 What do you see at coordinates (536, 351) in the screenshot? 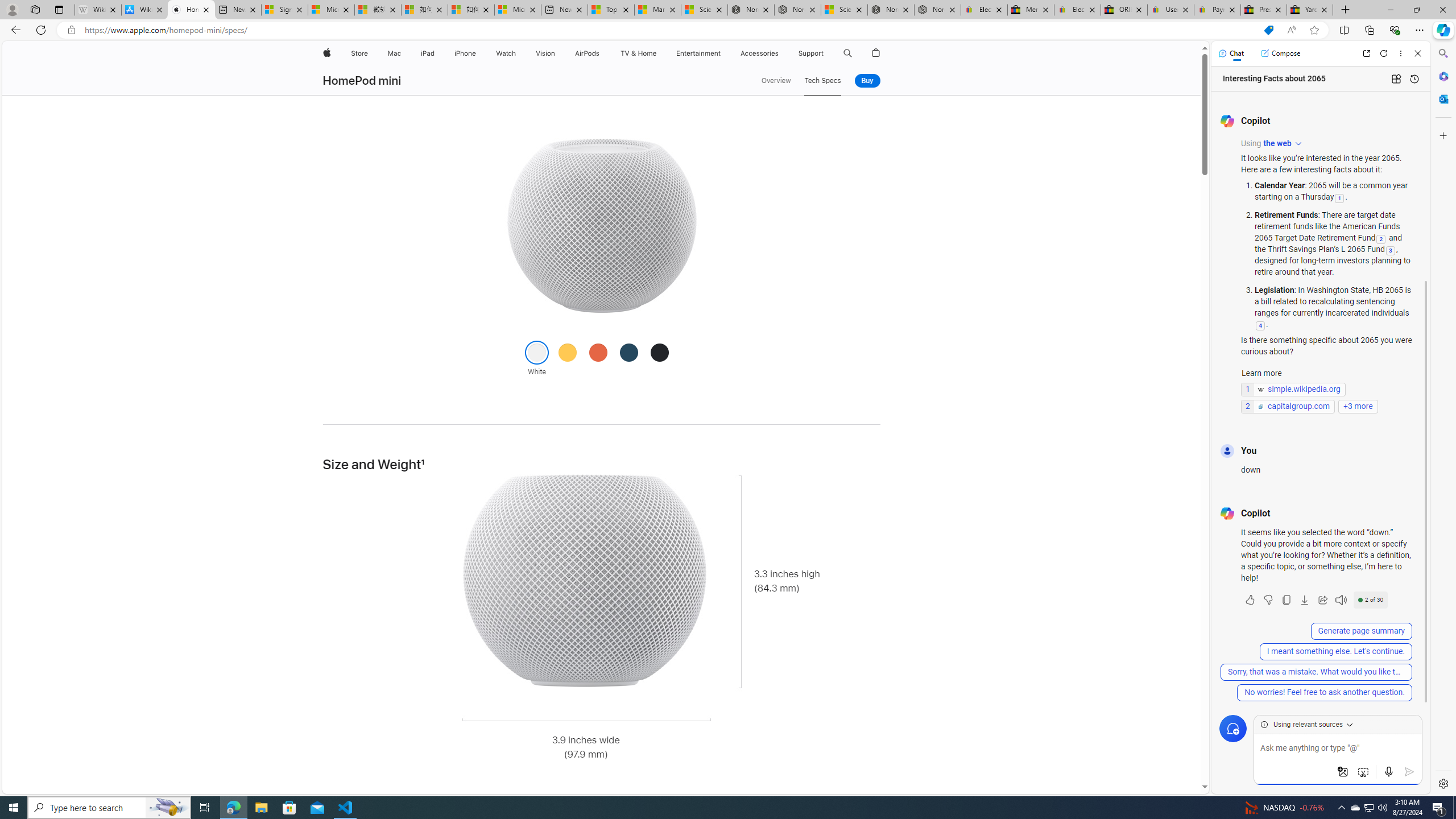
I see `'White'` at bounding box center [536, 351].